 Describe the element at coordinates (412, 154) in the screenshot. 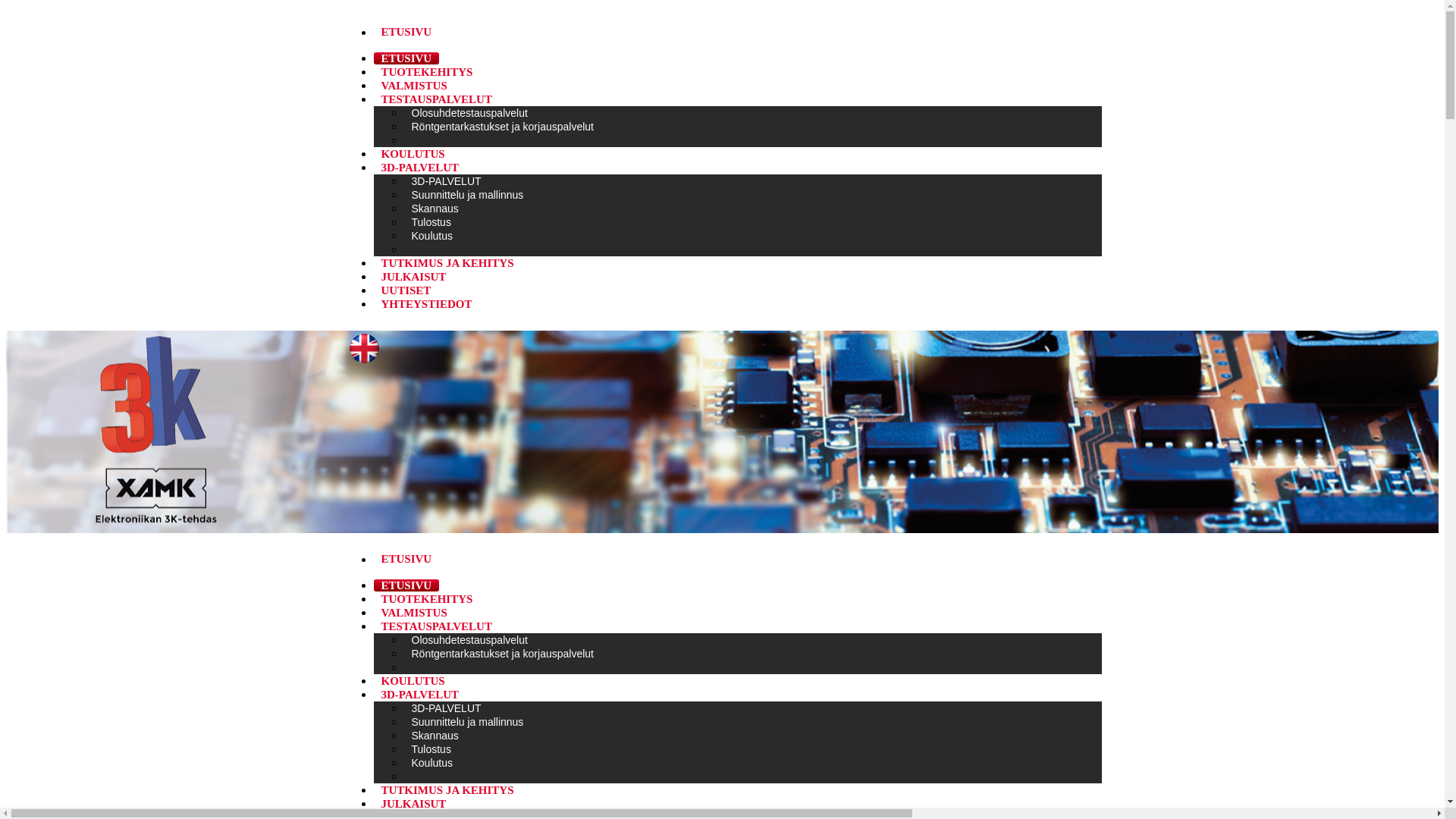

I see `'KOULUTUS'` at that location.